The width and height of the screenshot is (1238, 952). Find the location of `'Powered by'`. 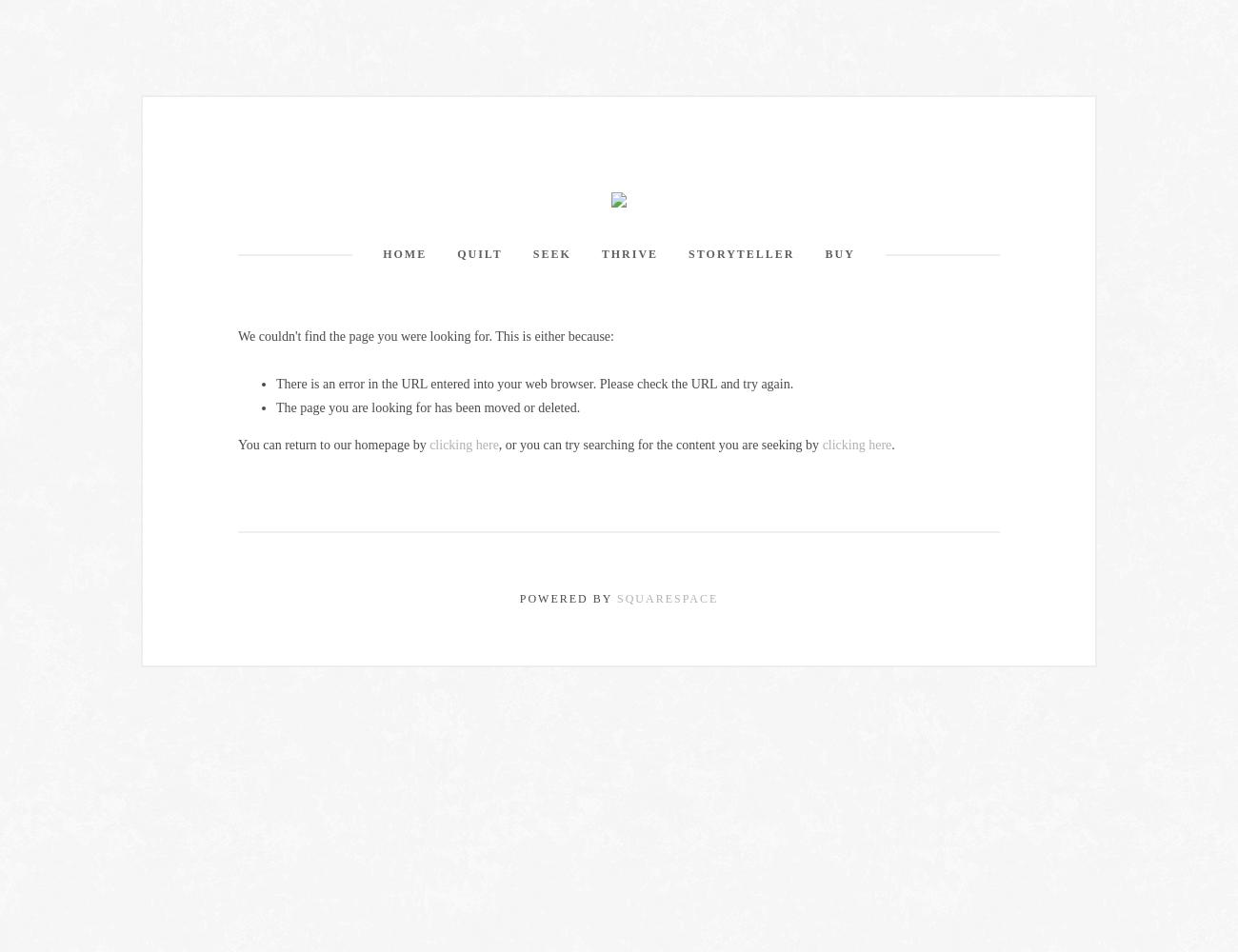

'Powered by' is located at coordinates (567, 598).